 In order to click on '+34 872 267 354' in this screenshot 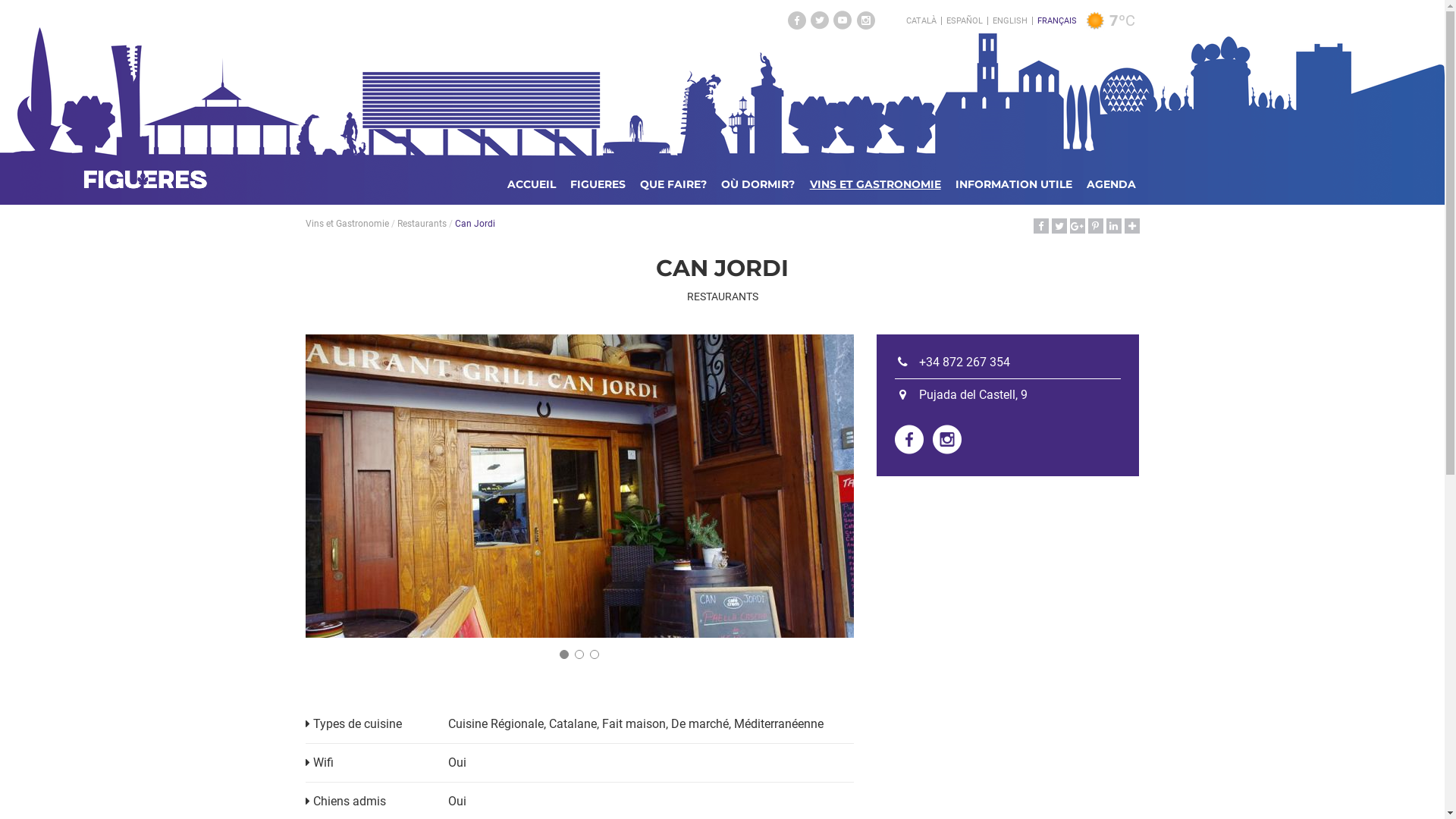, I will do `click(895, 362)`.